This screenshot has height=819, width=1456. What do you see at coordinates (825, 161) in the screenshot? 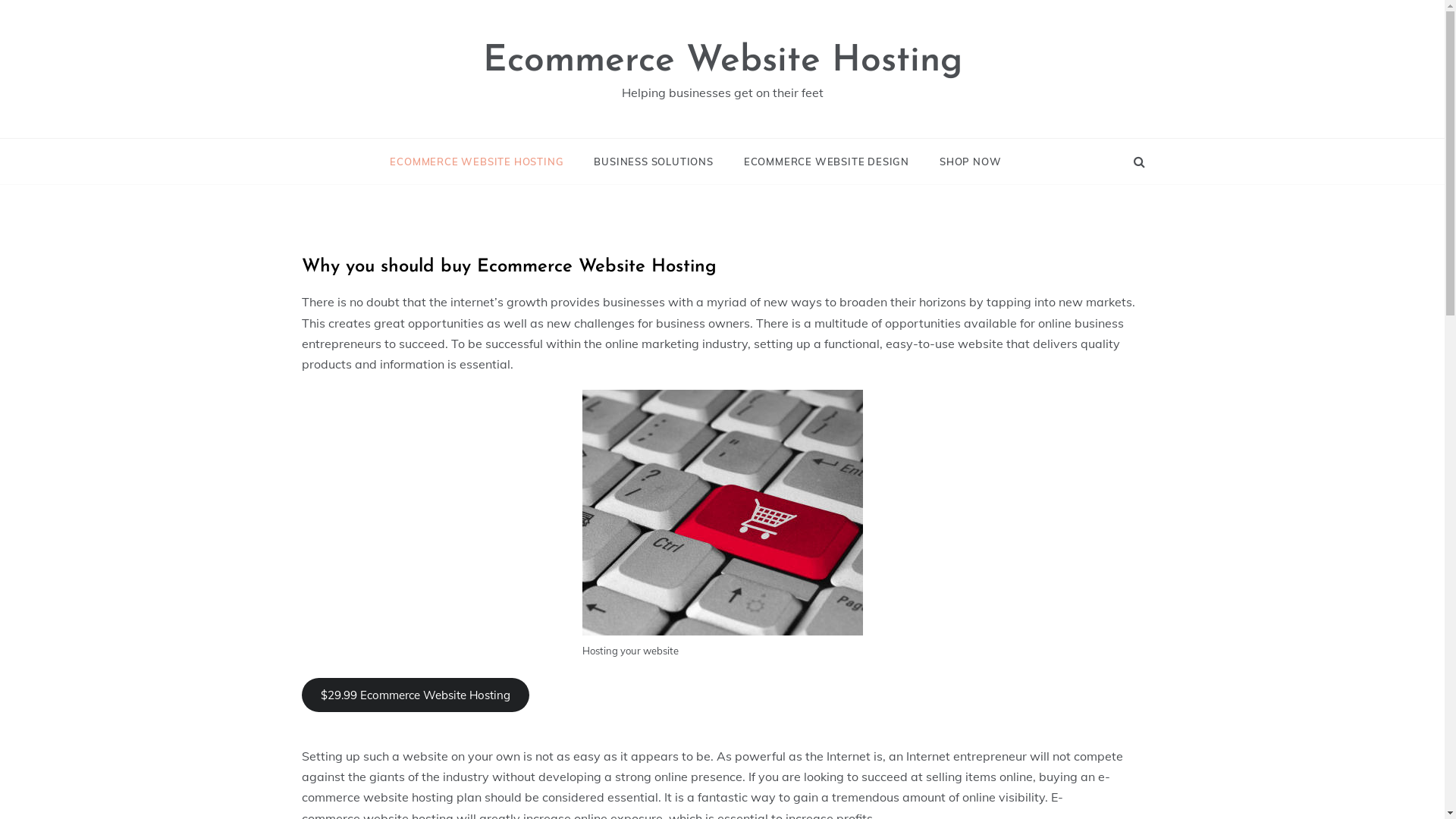
I see `'ECOMMERCE WEBSITE DESIGN'` at bounding box center [825, 161].